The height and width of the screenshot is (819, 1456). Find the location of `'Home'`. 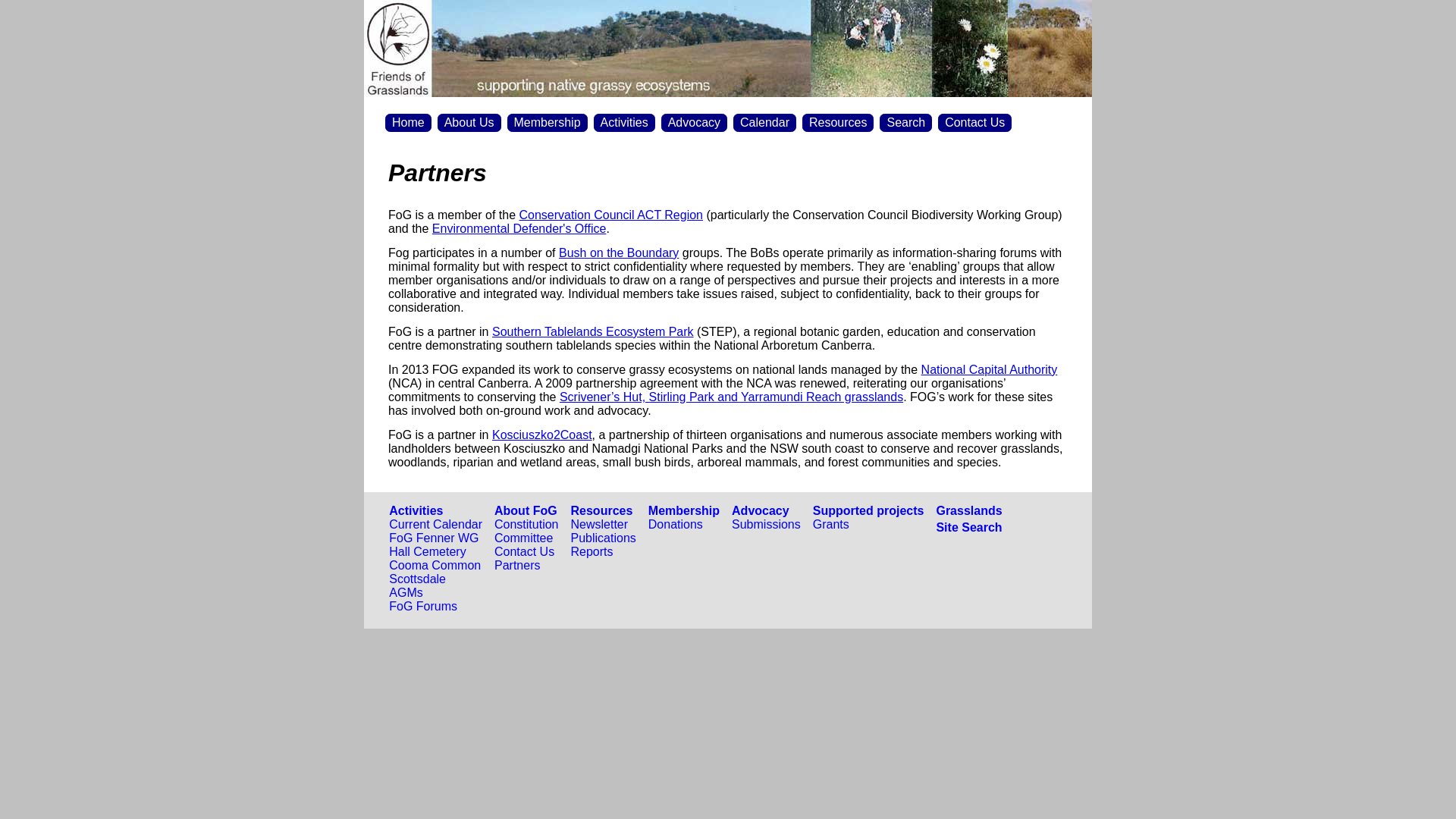

'Home' is located at coordinates (408, 122).